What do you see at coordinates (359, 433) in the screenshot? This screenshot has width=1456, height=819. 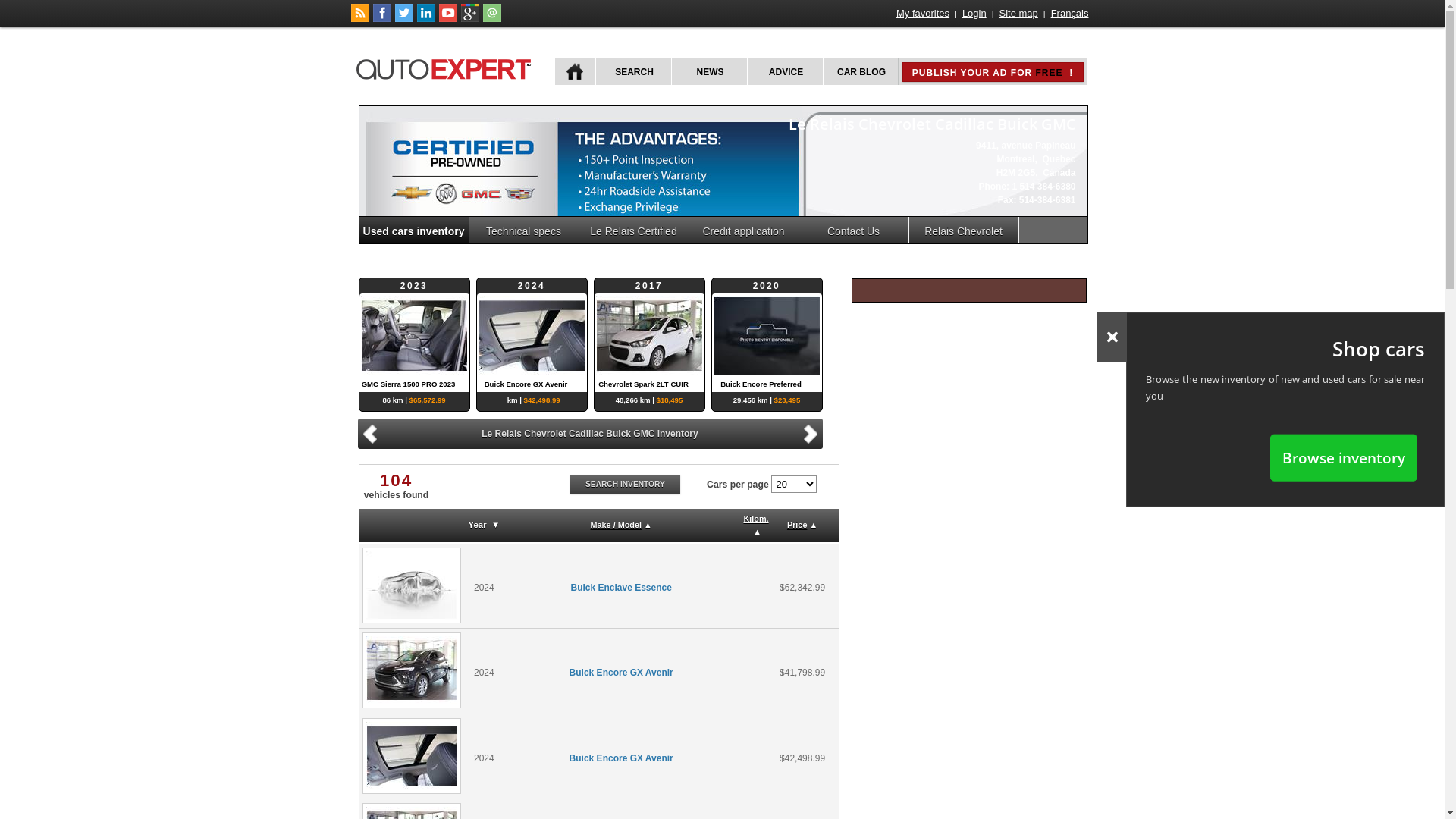 I see `'Previous'` at bounding box center [359, 433].